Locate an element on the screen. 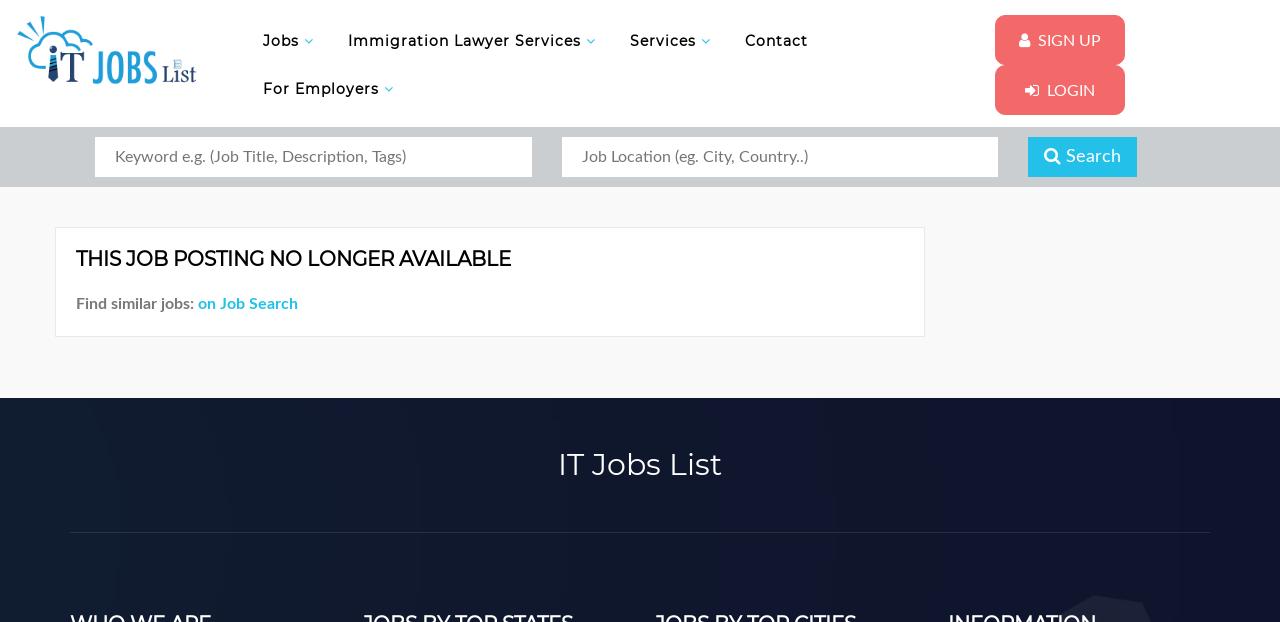  'Post Job' is located at coordinates (803, 175).